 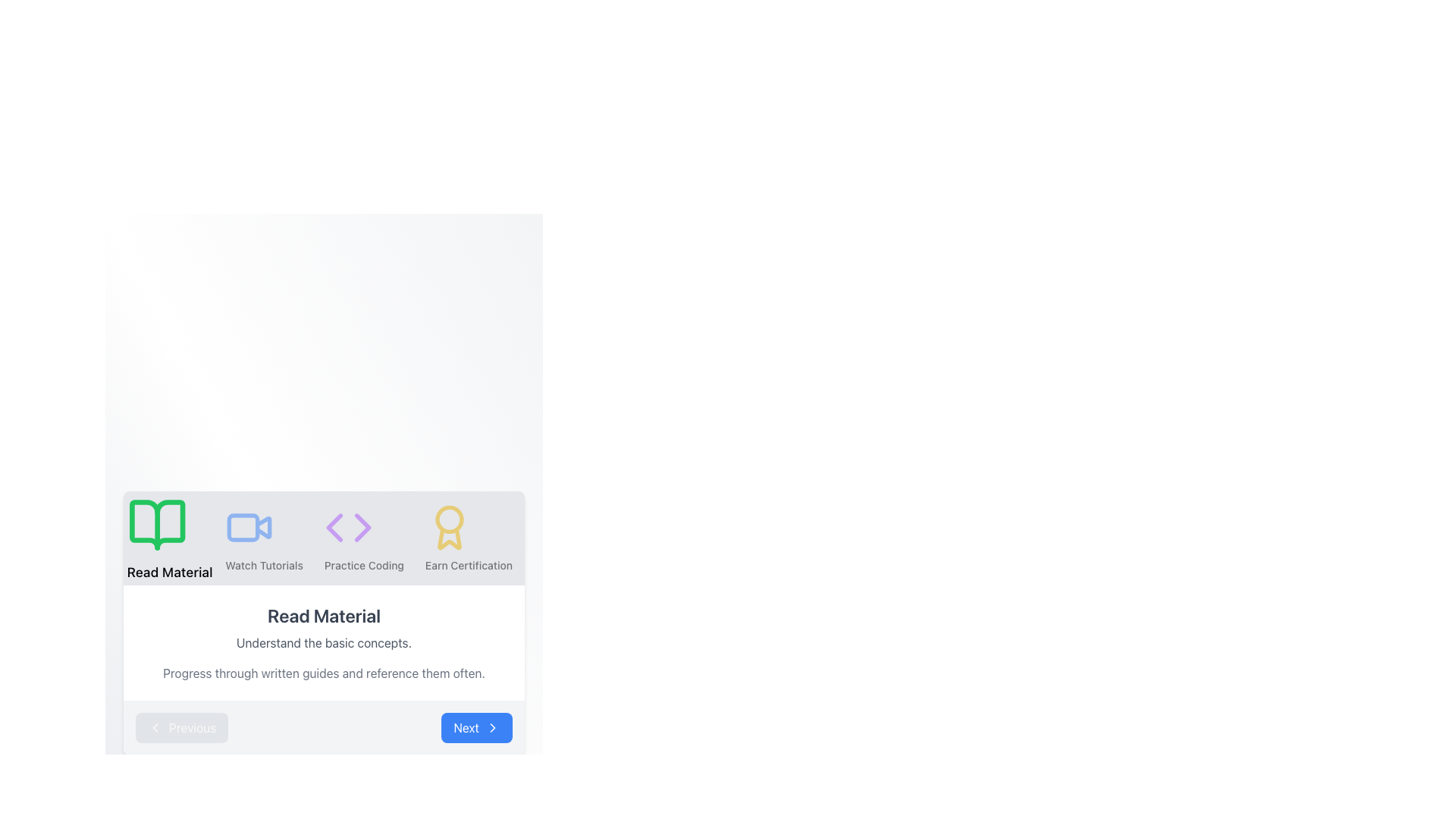 I want to click on the interactive instruction/navigation bar with labeled sections, so click(x=323, y=537).